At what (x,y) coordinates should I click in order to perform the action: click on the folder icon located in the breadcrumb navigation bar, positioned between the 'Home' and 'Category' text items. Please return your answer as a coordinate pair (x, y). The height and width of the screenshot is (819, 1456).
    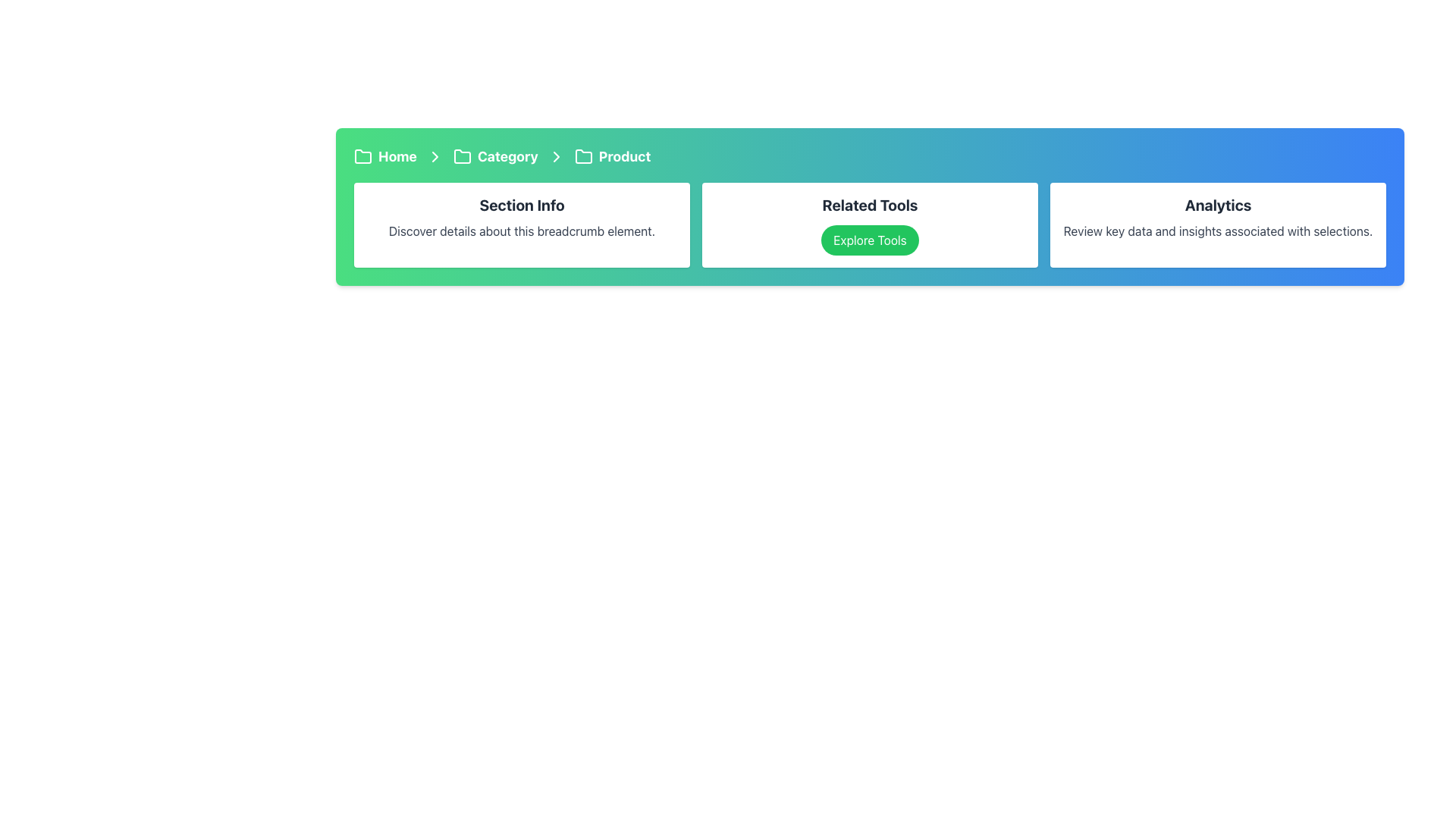
    Looking at the image, I should click on (461, 156).